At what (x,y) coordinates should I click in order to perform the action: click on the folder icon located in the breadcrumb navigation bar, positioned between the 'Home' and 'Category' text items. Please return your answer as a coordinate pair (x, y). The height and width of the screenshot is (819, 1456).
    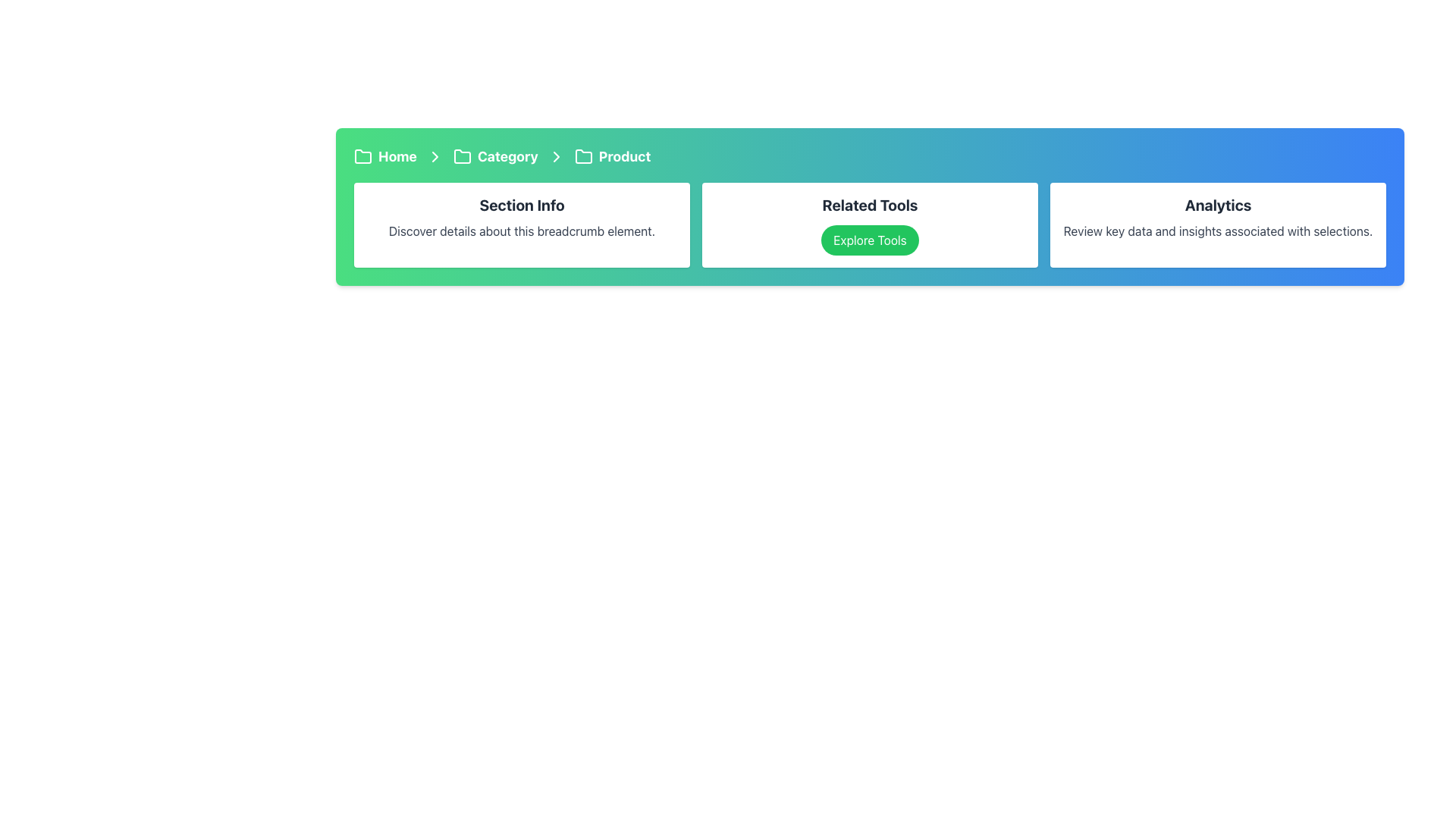
    Looking at the image, I should click on (461, 156).